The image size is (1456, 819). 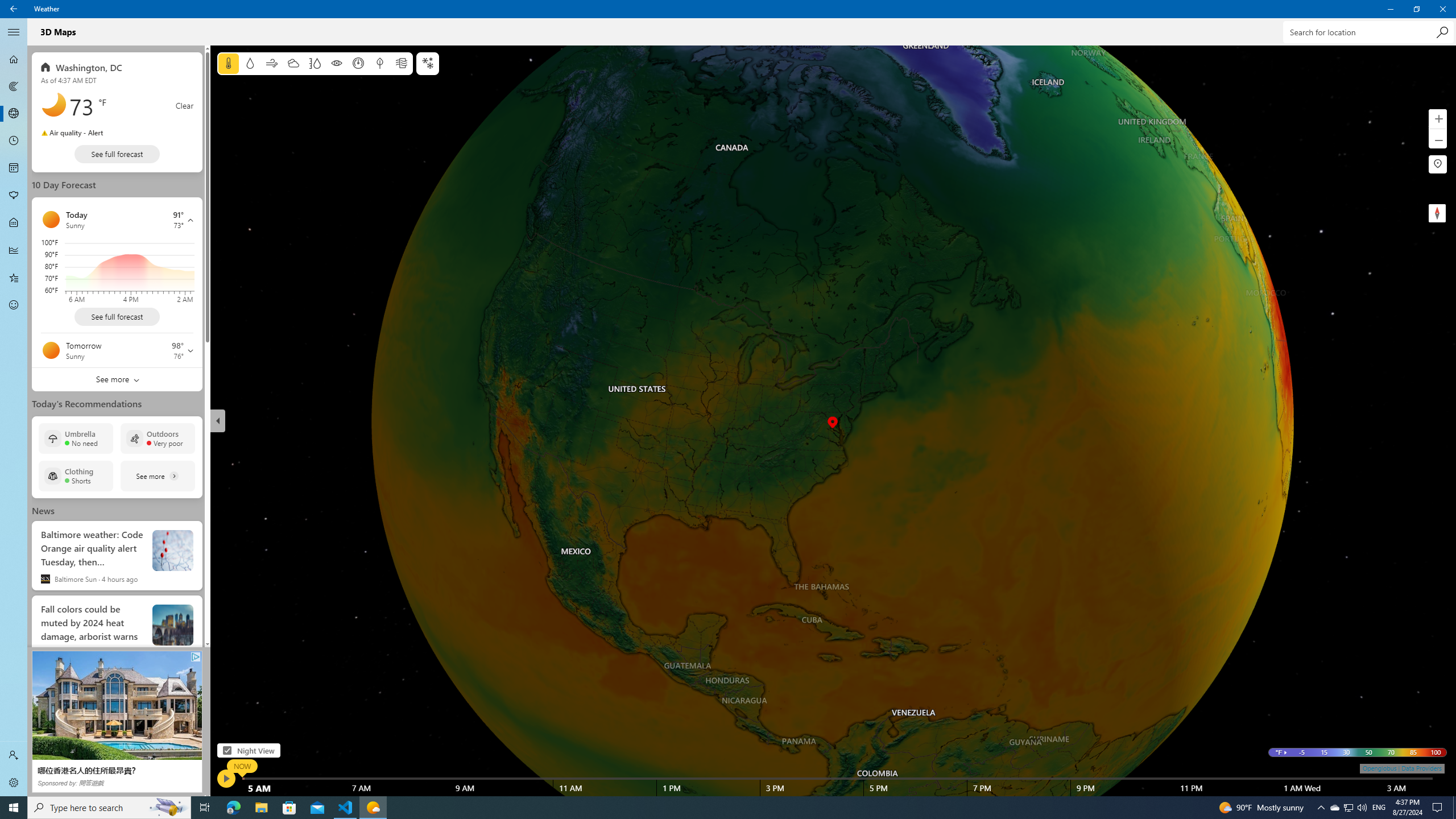 What do you see at coordinates (14, 9) in the screenshot?
I see `'Back'` at bounding box center [14, 9].